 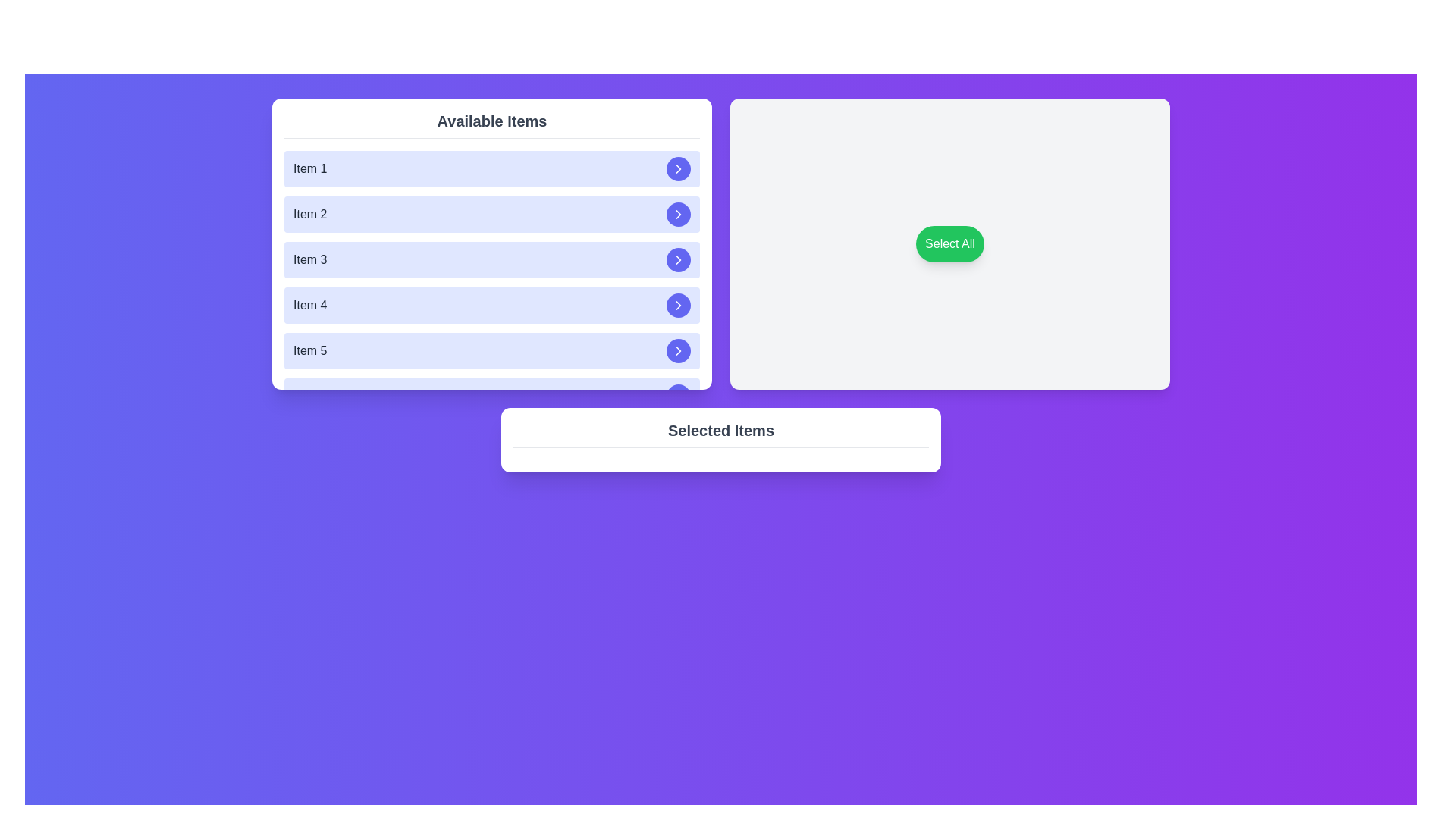 What do you see at coordinates (677, 350) in the screenshot?
I see `the circular button with an arrow symbol located at the far right side of the 'Item 5' row in the 'Available Items' list to receive visual feedback` at bounding box center [677, 350].